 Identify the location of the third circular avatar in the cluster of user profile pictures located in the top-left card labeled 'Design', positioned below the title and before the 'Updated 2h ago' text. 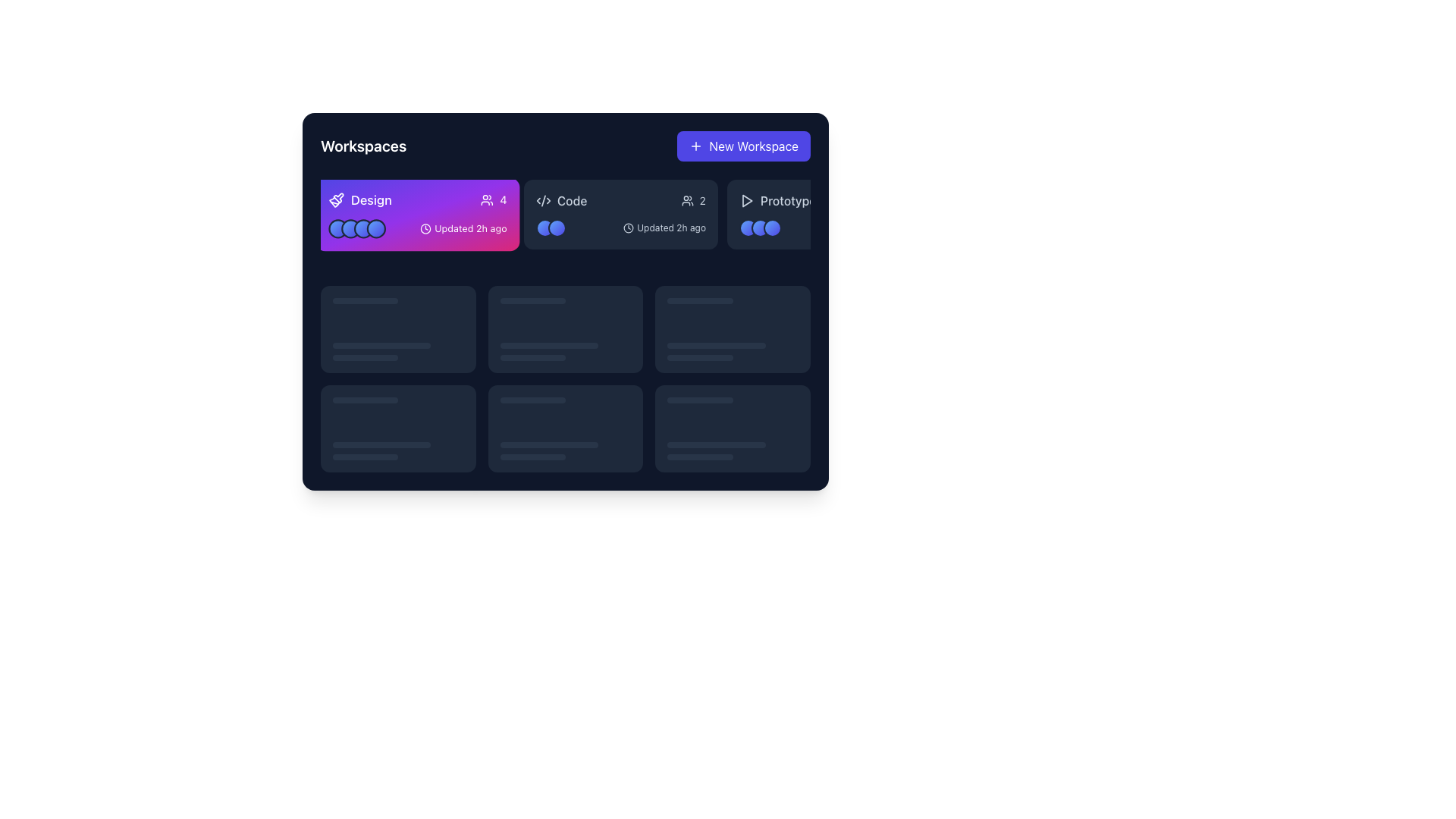
(356, 228).